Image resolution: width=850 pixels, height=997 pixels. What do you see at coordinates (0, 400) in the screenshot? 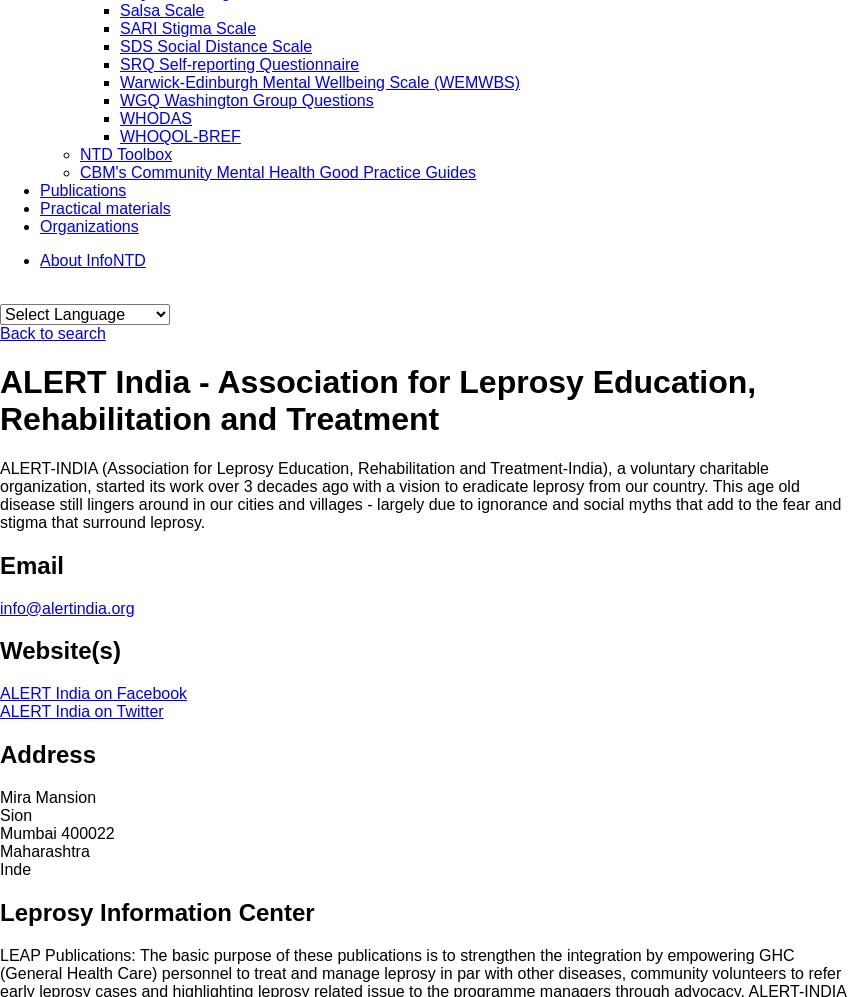
I see `'ALERT India - Association for Leprosy Education, Rehabilitation and Treatment'` at bounding box center [0, 400].